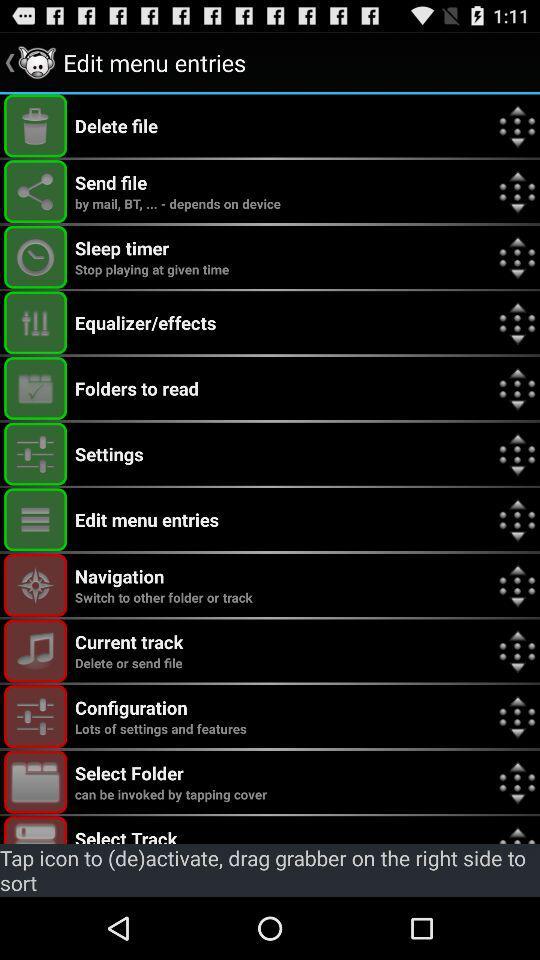 The image size is (540, 960). What do you see at coordinates (35, 256) in the screenshot?
I see `open sleep timer` at bounding box center [35, 256].